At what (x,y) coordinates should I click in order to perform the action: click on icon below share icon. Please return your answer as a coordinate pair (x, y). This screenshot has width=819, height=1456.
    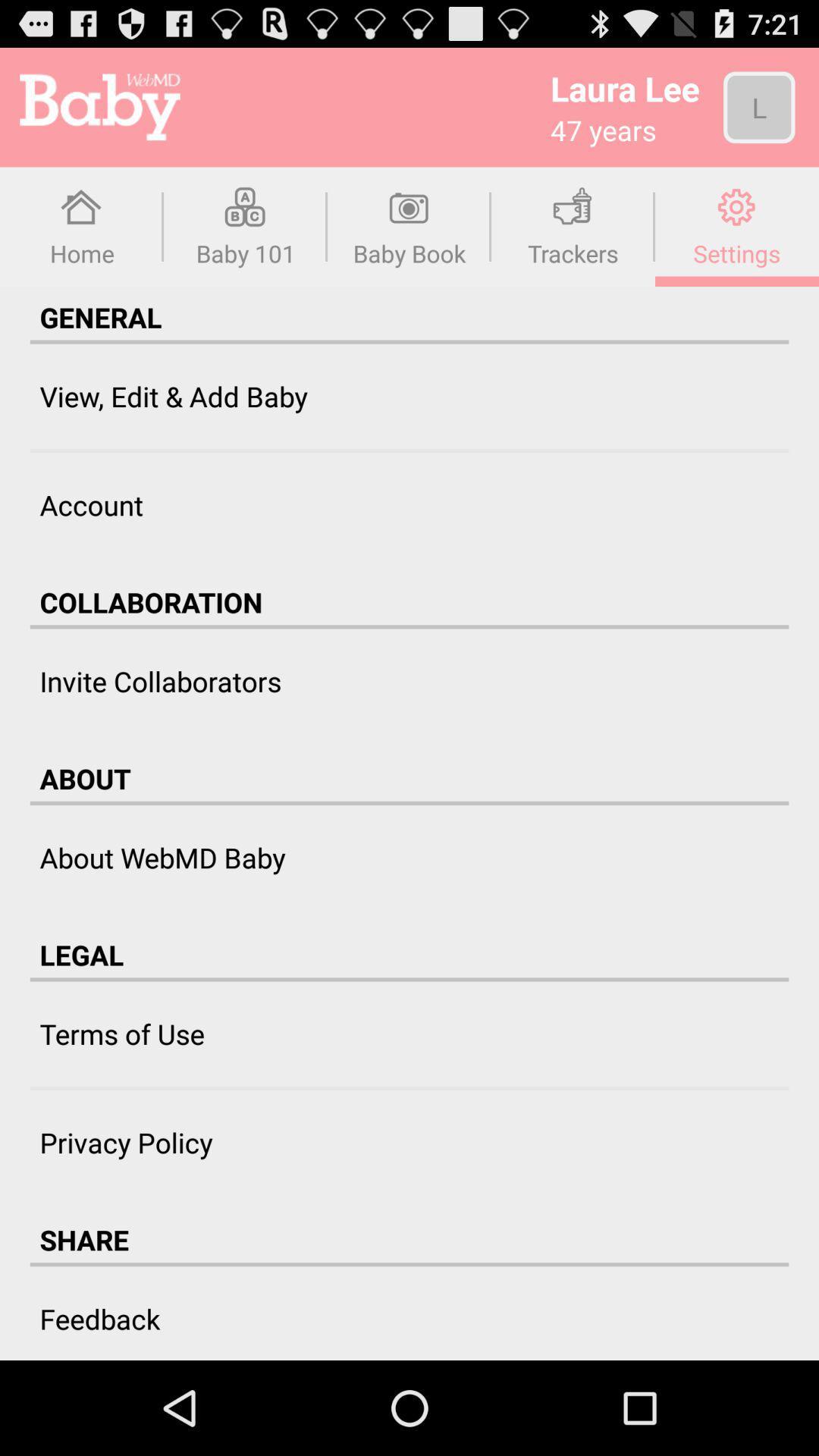
    Looking at the image, I should click on (409, 1264).